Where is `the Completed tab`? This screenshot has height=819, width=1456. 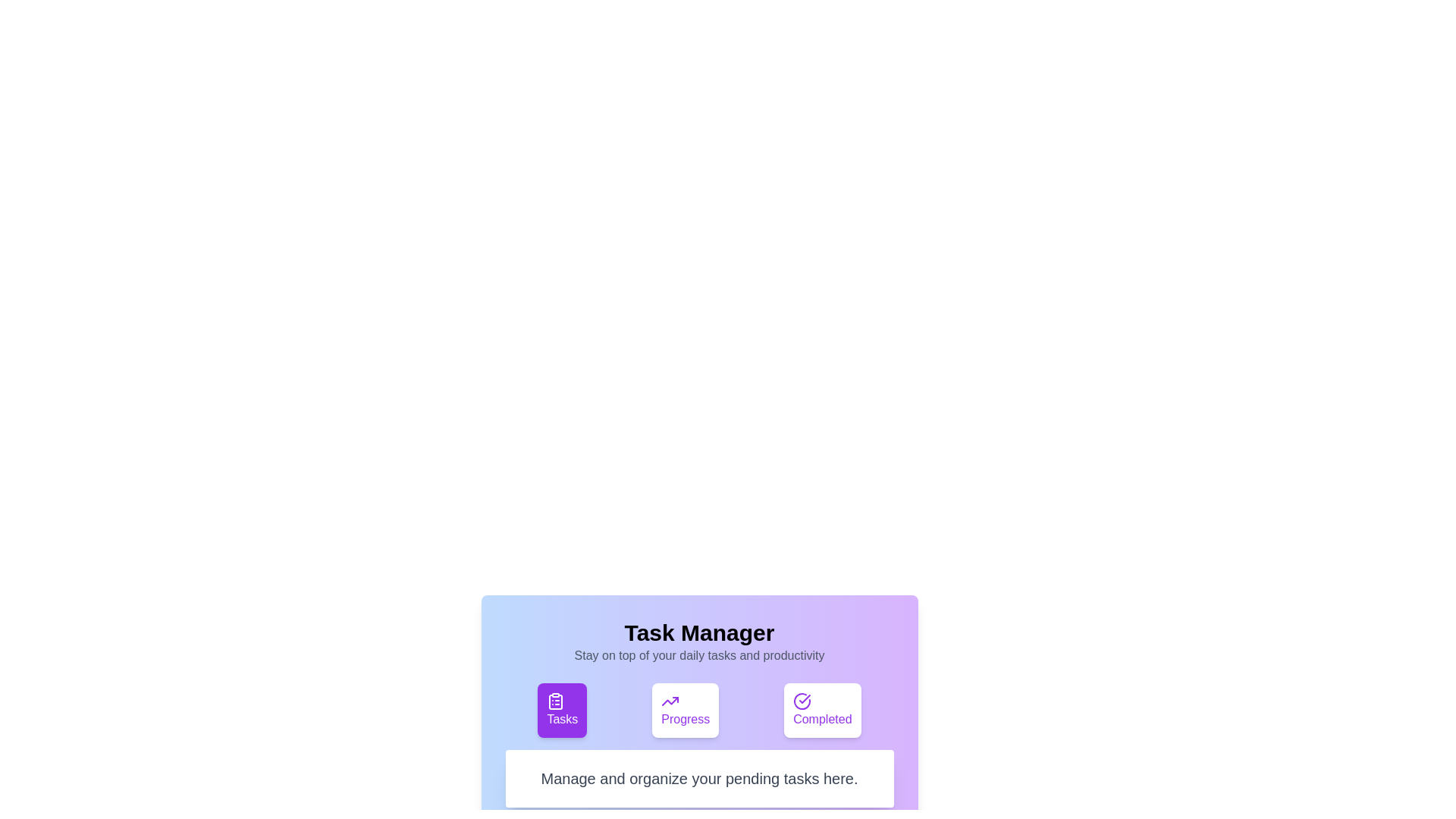
the Completed tab is located at coordinates (821, 711).